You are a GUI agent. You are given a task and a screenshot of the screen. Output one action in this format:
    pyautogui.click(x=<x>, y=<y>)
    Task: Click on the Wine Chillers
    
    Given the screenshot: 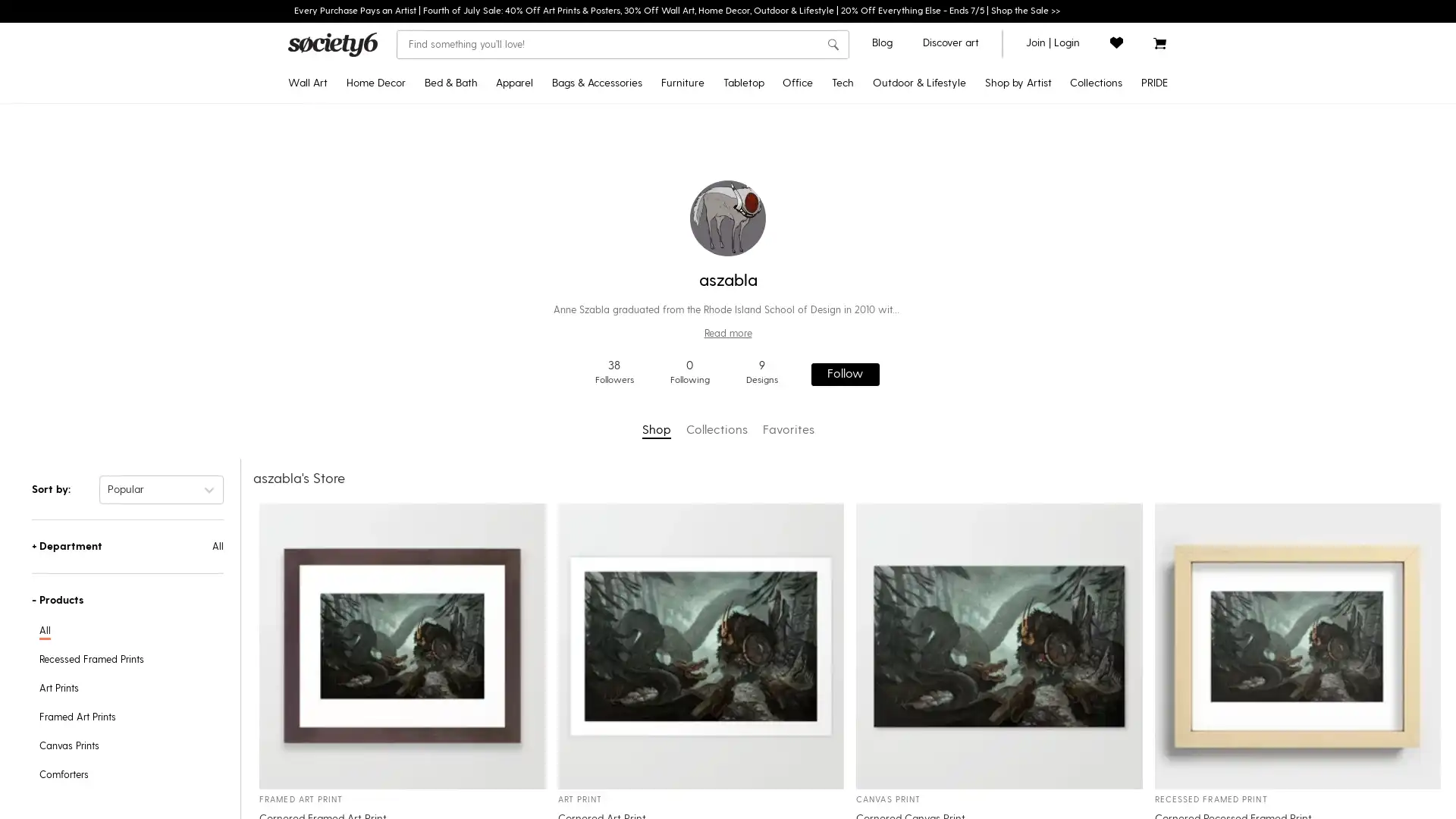 What is the action you would take?
    pyautogui.click(x=771, y=292)
    